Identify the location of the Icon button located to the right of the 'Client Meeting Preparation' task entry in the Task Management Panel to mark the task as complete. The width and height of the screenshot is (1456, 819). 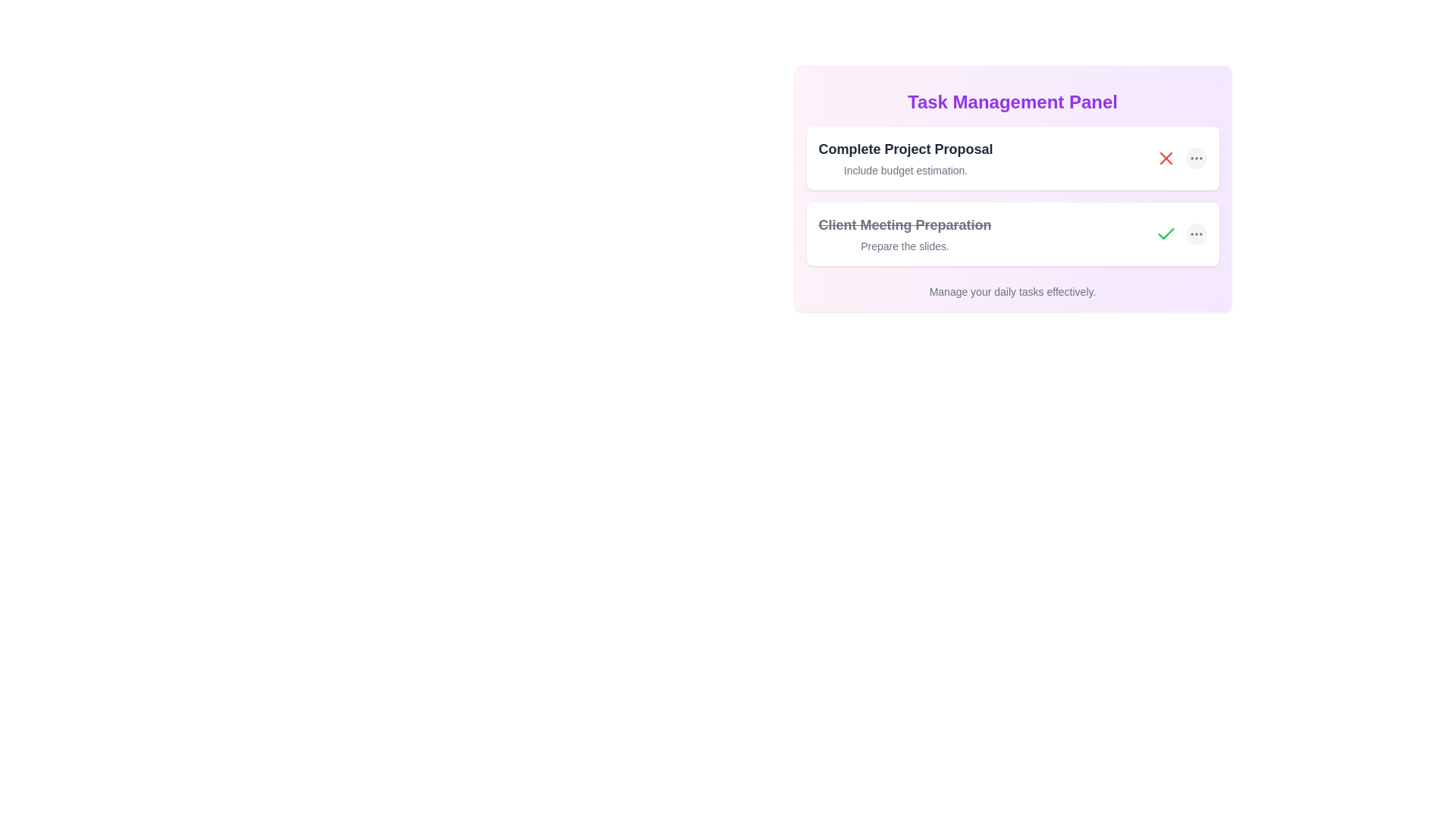
(1165, 234).